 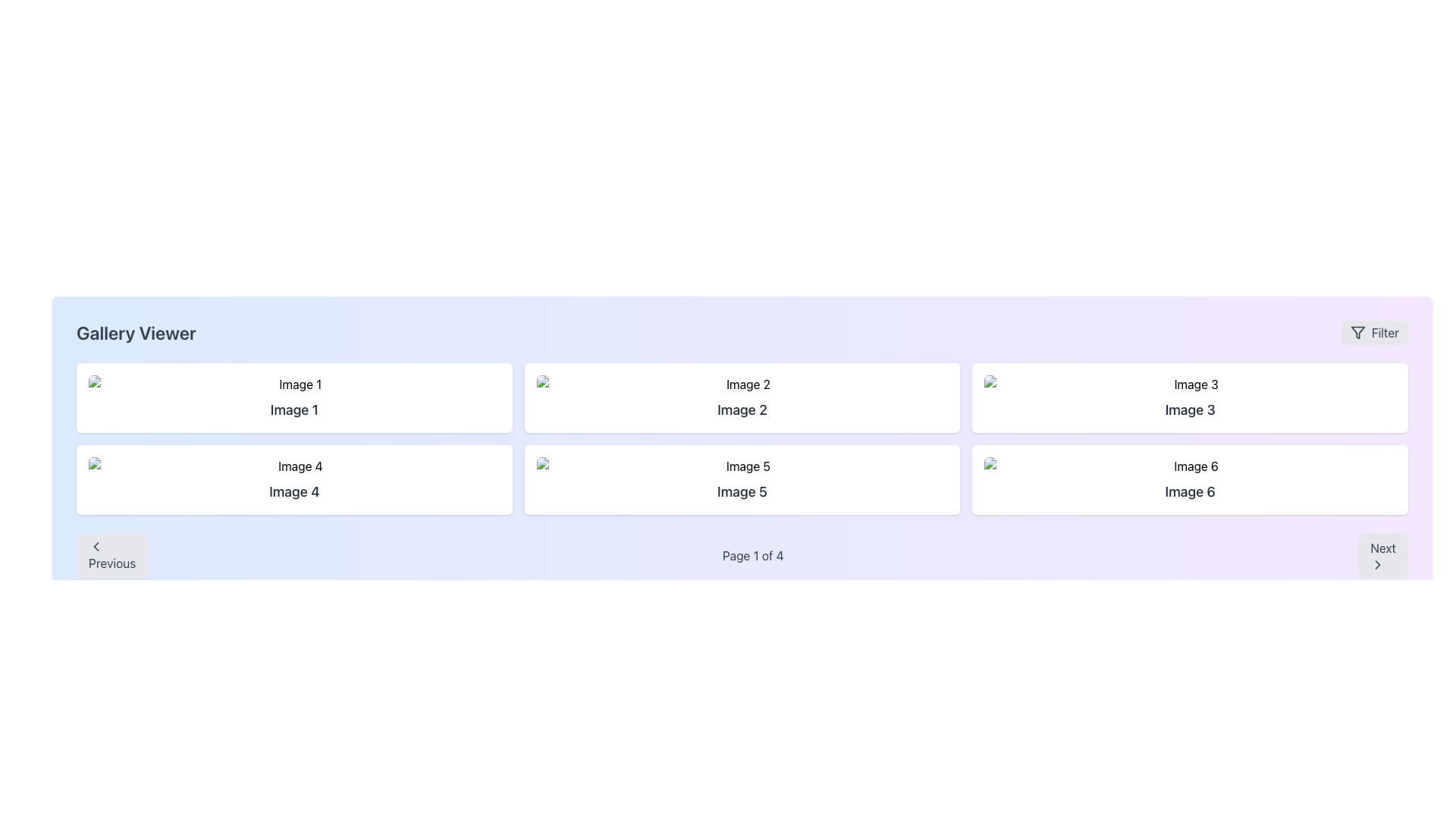 I want to click on right-pointing arrow of the 'Next' button located at the bottom-right corner of the interface for style and placement, so click(x=1378, y=564).